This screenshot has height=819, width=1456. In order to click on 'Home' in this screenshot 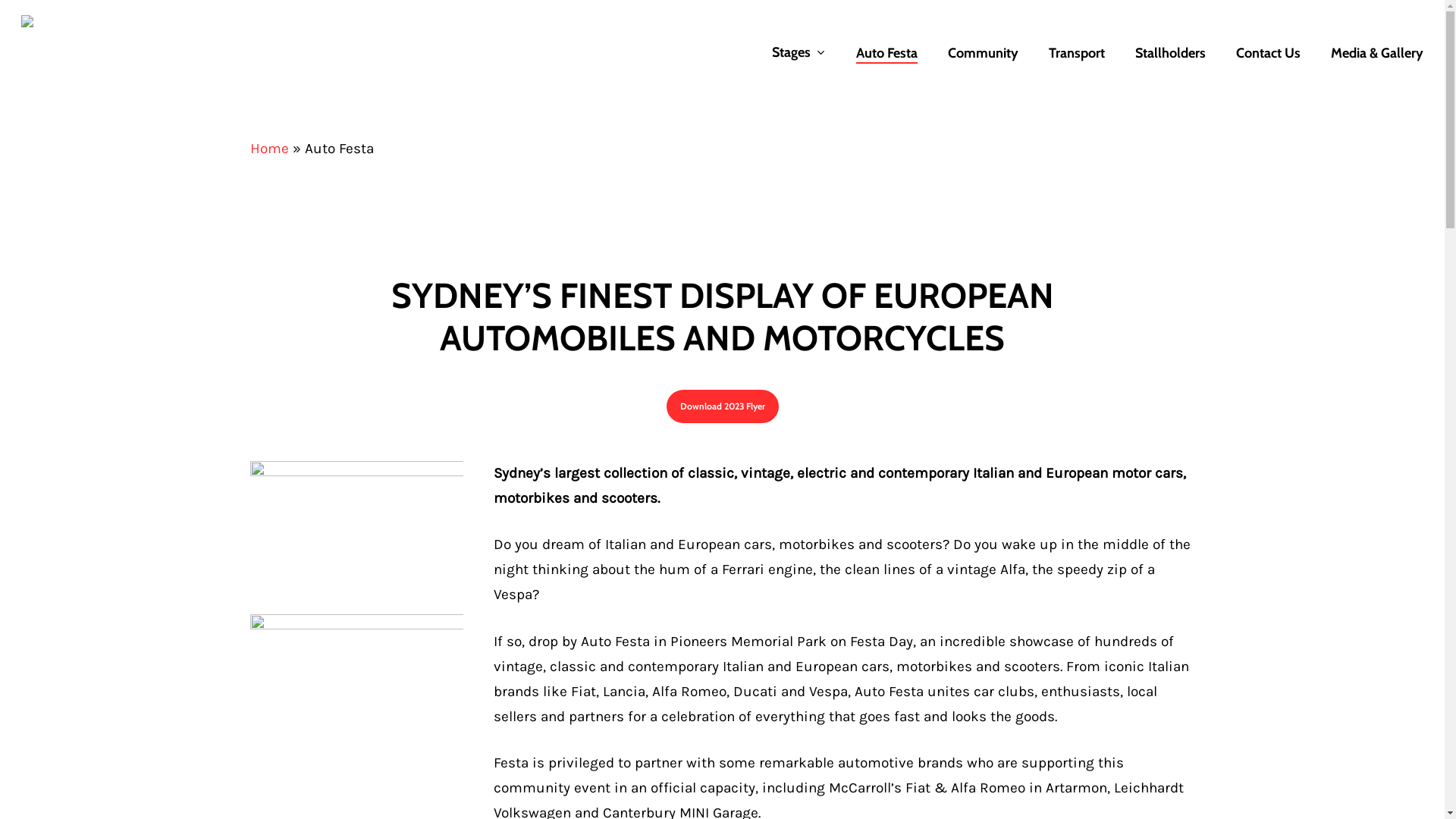, I will do `click(269, 149)`.